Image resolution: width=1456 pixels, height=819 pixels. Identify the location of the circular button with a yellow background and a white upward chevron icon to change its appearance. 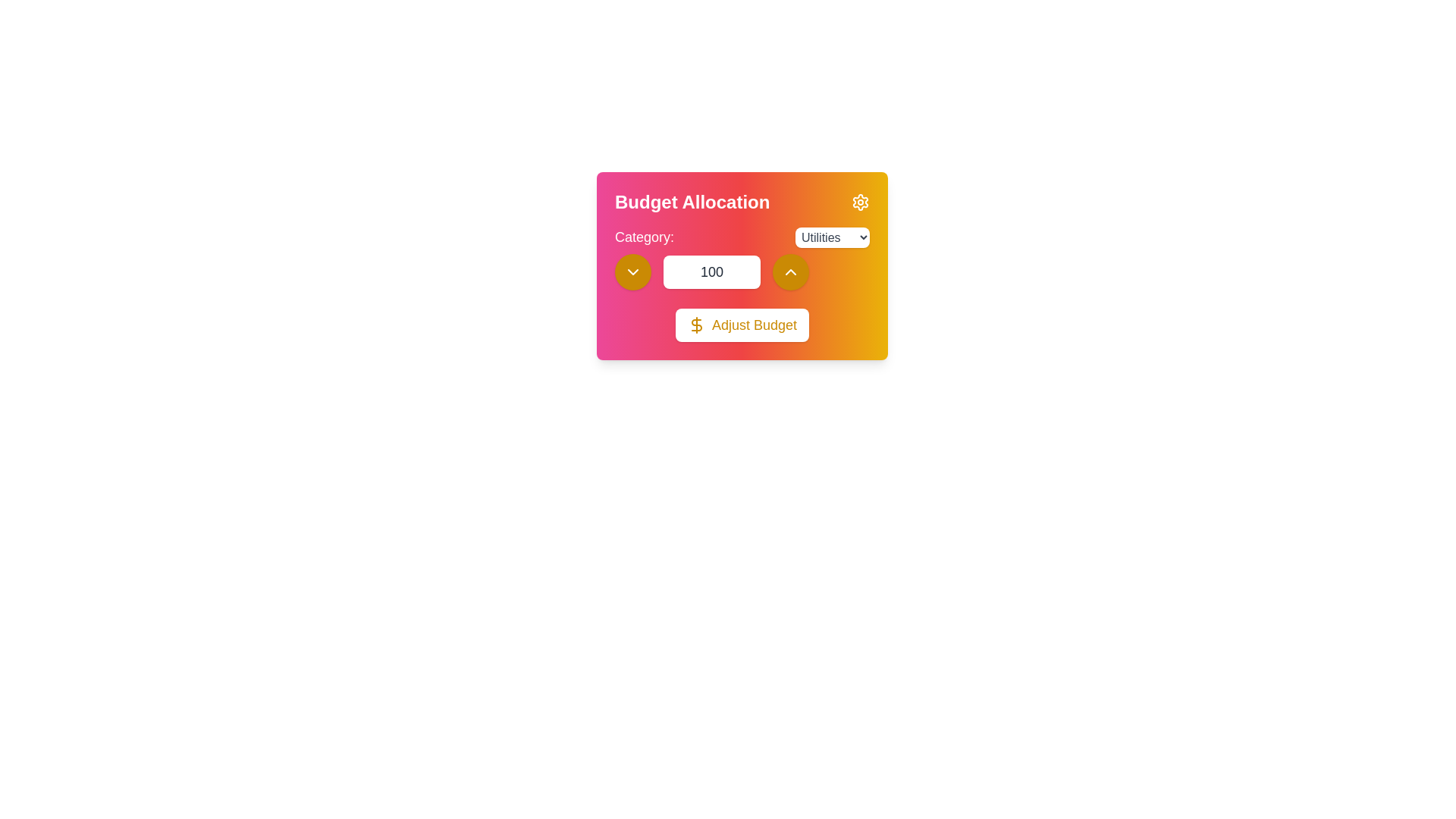
(789, 271).